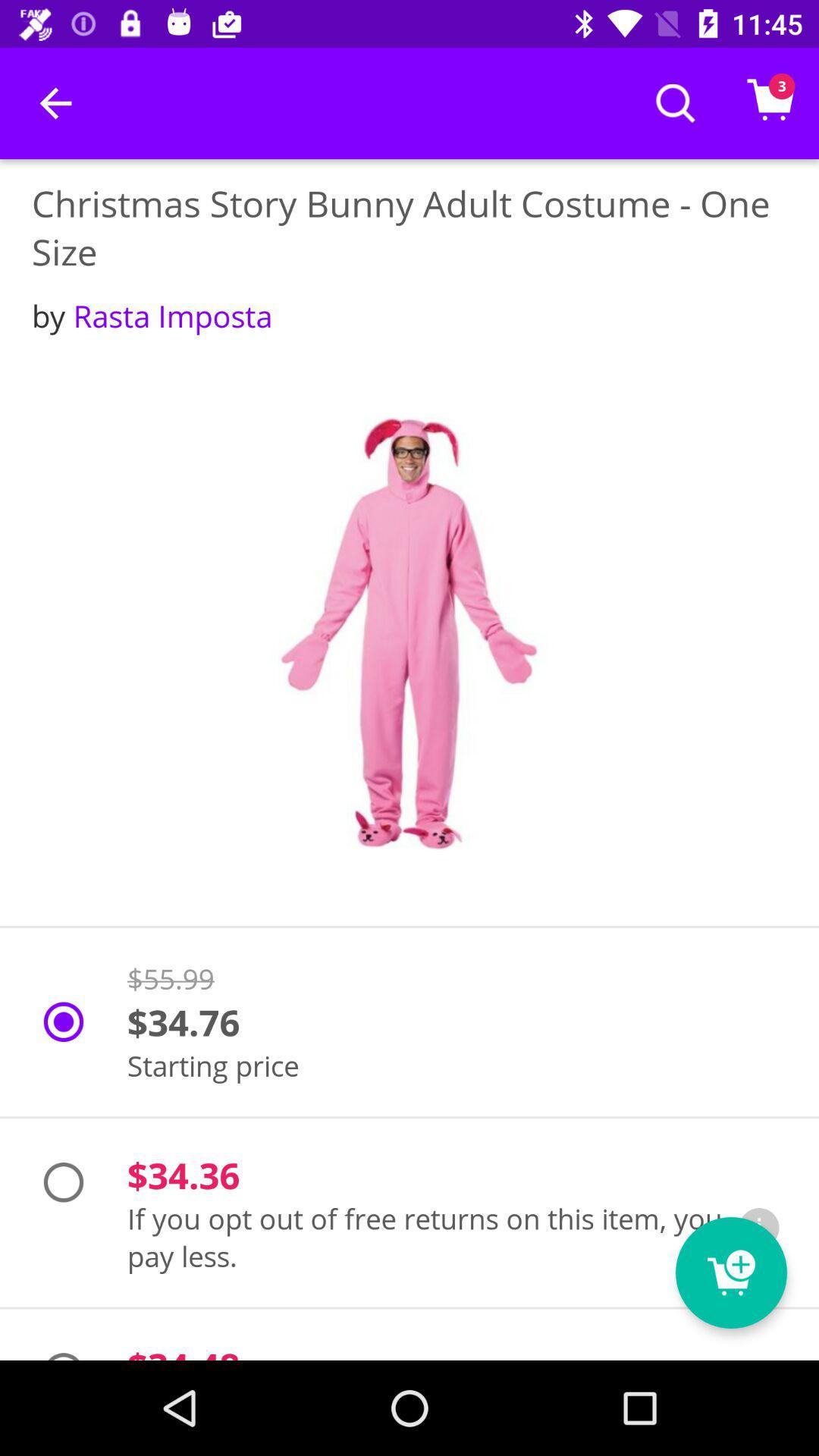 This screenshot has width=819, height=1456. Describe the element at coordinates (152, 315) in the screenshot. I see `the by rasta imposta item` at that location.